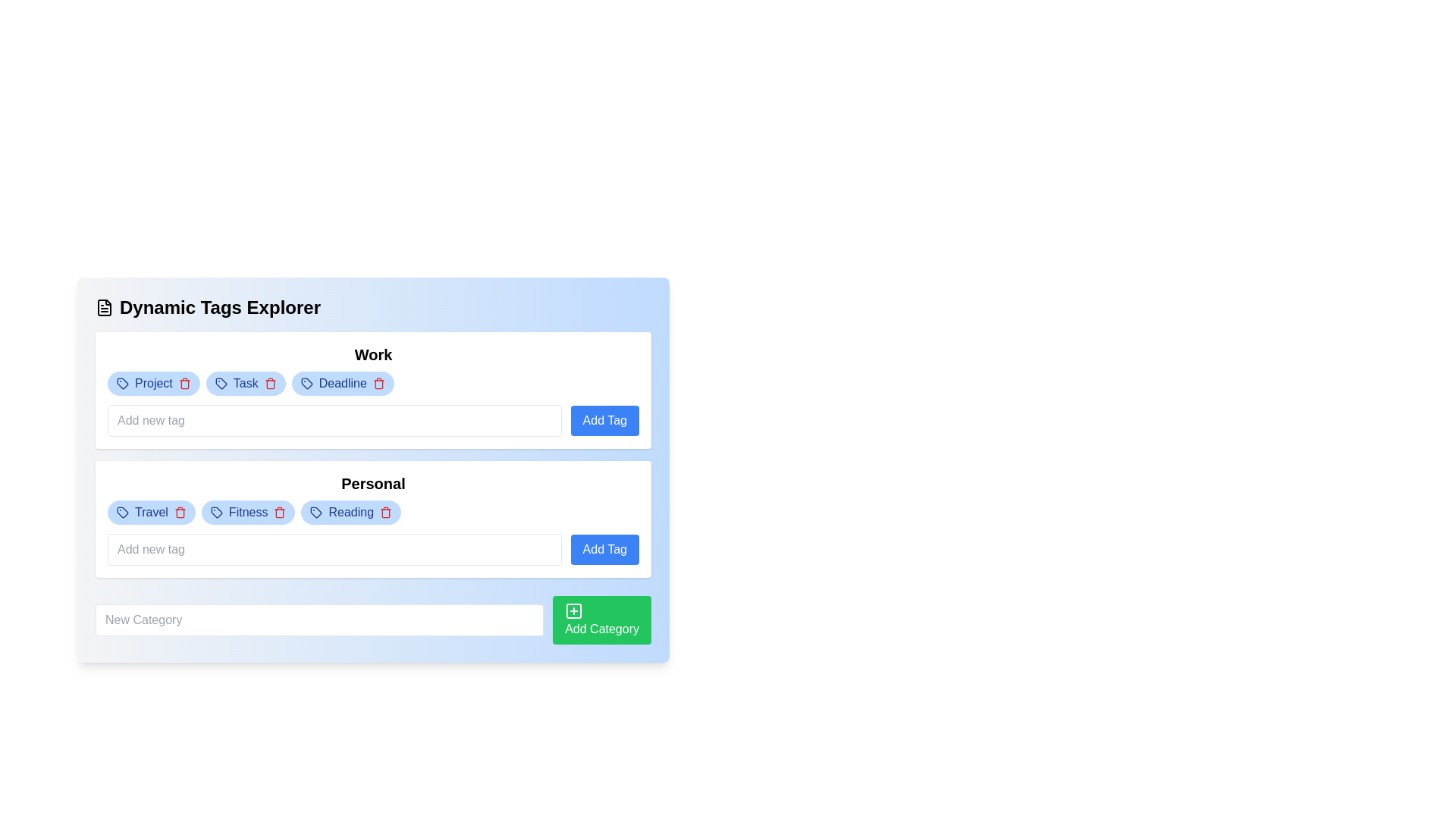  What do you see at coordinates (573, 610) in the screenshot?
I see `the square-shaped icon with a small cross (+) symbol inside, located within the green 'Add Category' button at the bottom right corner of the interface` at bounding box center [573, 610].